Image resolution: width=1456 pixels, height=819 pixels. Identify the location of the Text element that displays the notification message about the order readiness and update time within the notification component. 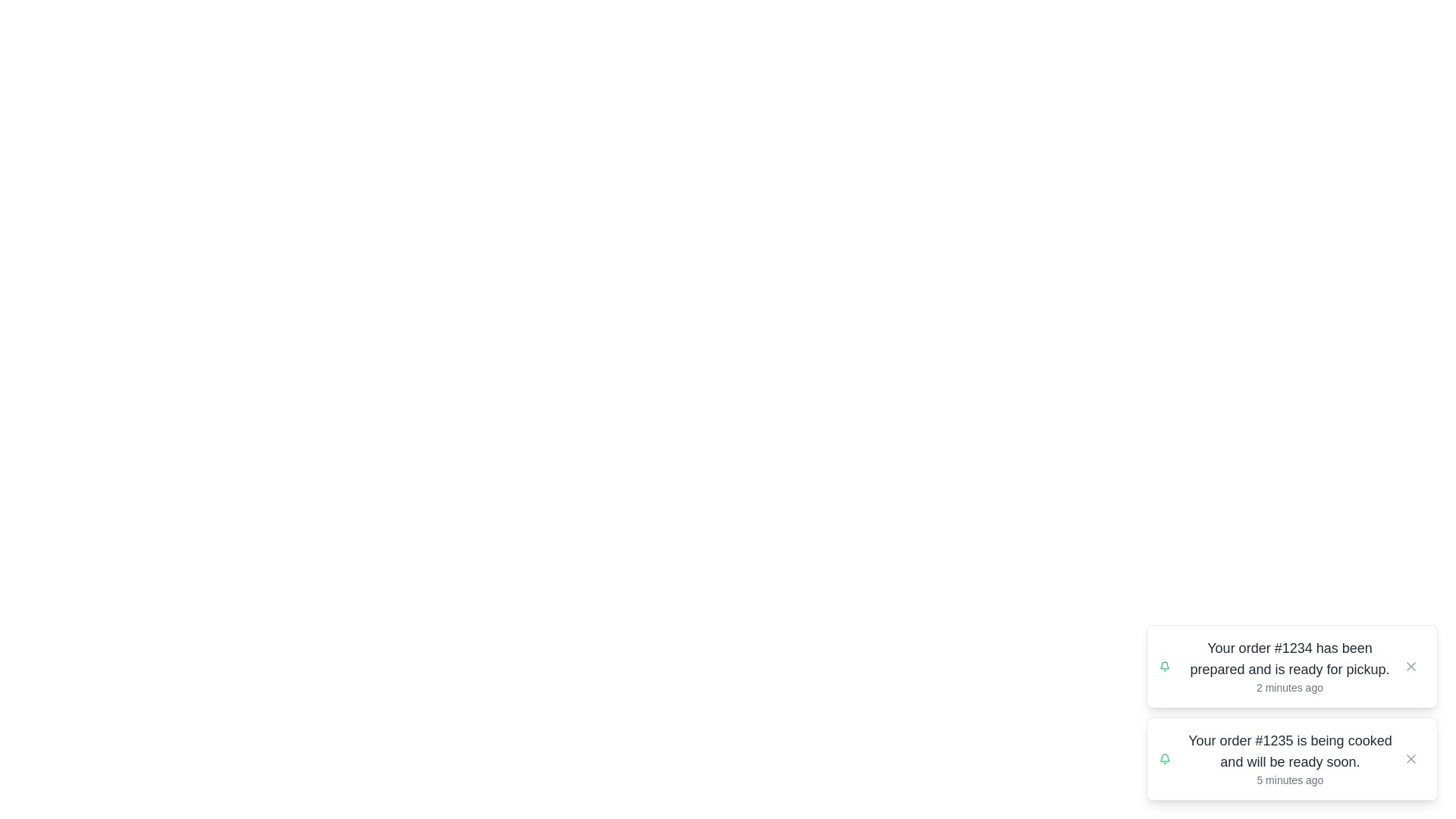
(1288, 666).